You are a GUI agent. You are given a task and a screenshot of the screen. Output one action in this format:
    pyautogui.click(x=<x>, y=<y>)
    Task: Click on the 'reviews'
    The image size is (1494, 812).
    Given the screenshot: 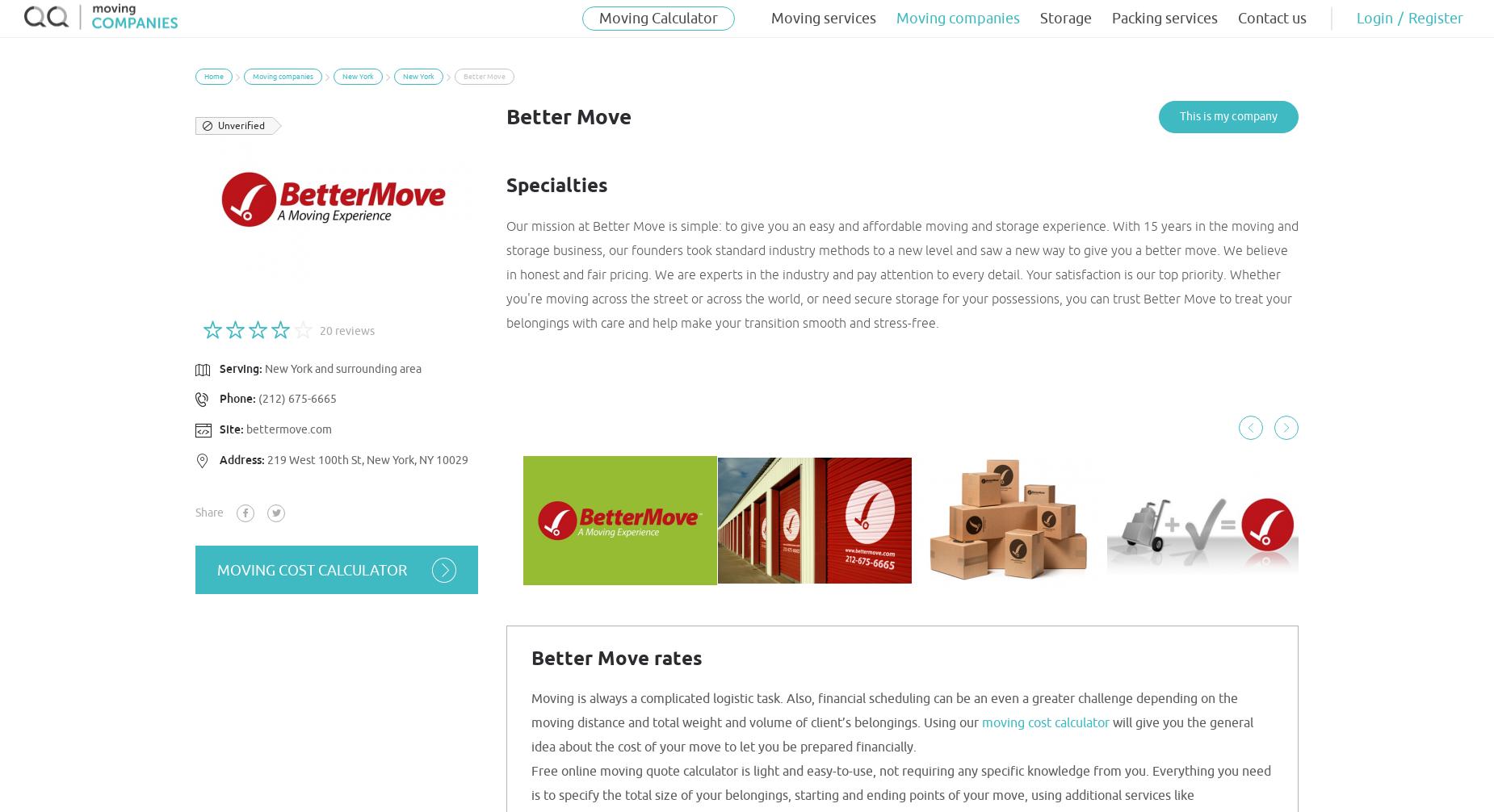 What is the action you would take?
    pyautogui.click(x=353, y=330)
    